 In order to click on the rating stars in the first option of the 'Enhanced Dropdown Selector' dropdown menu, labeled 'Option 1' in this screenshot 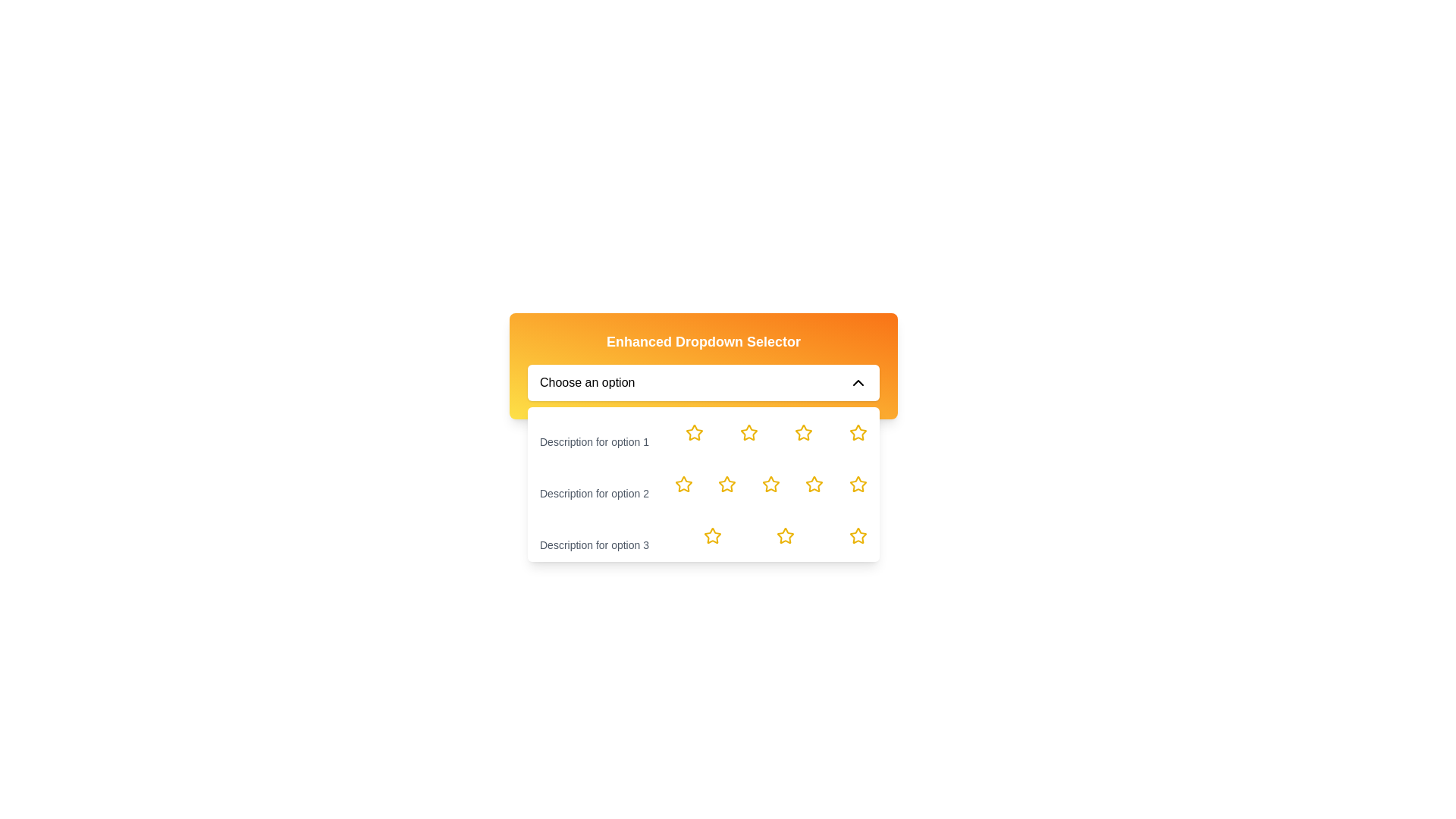, I will do `click(702, 432)`.